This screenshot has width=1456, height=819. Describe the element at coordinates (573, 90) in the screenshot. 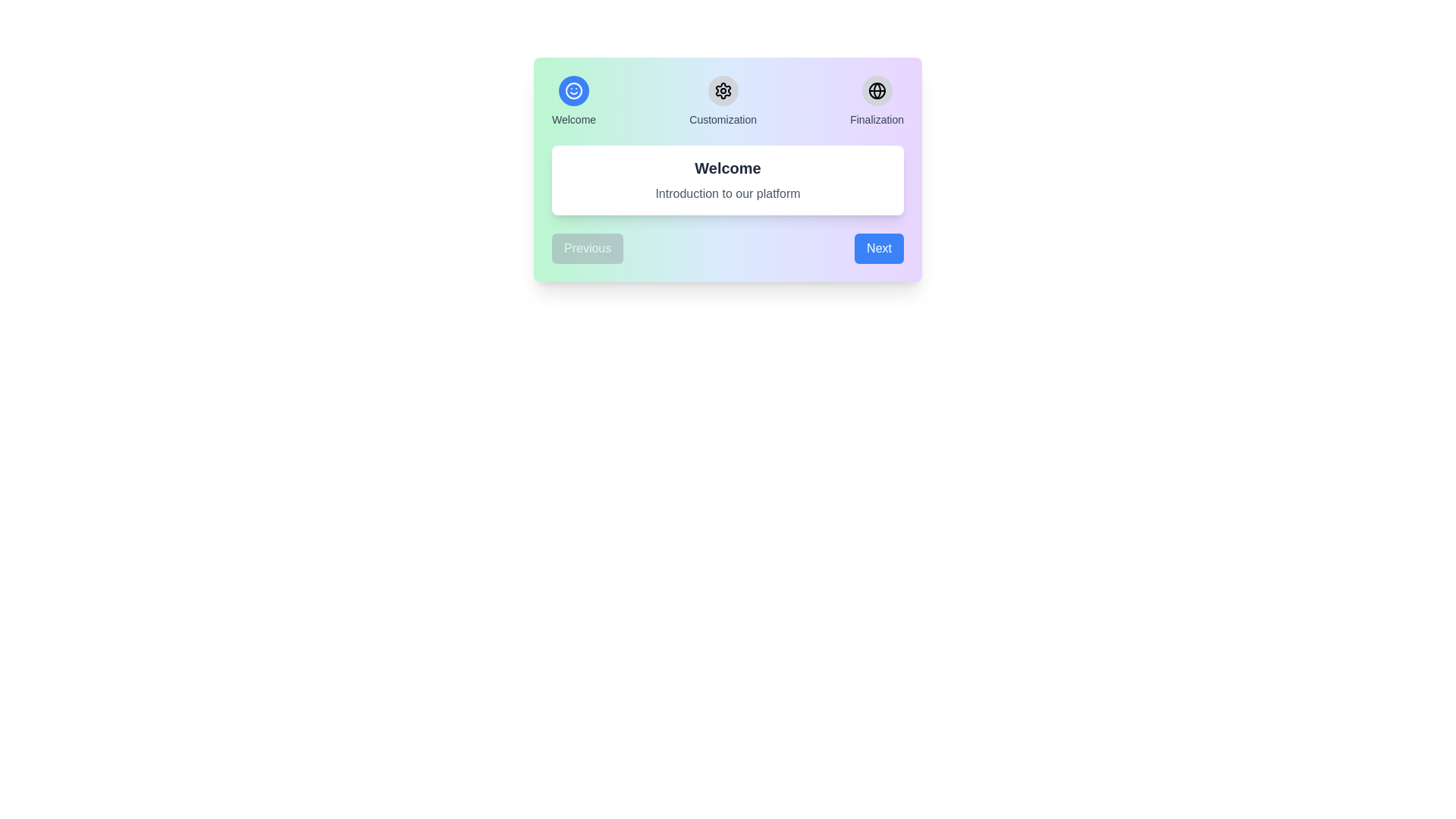

I see `the content associated with the Welcome icon` at that location.